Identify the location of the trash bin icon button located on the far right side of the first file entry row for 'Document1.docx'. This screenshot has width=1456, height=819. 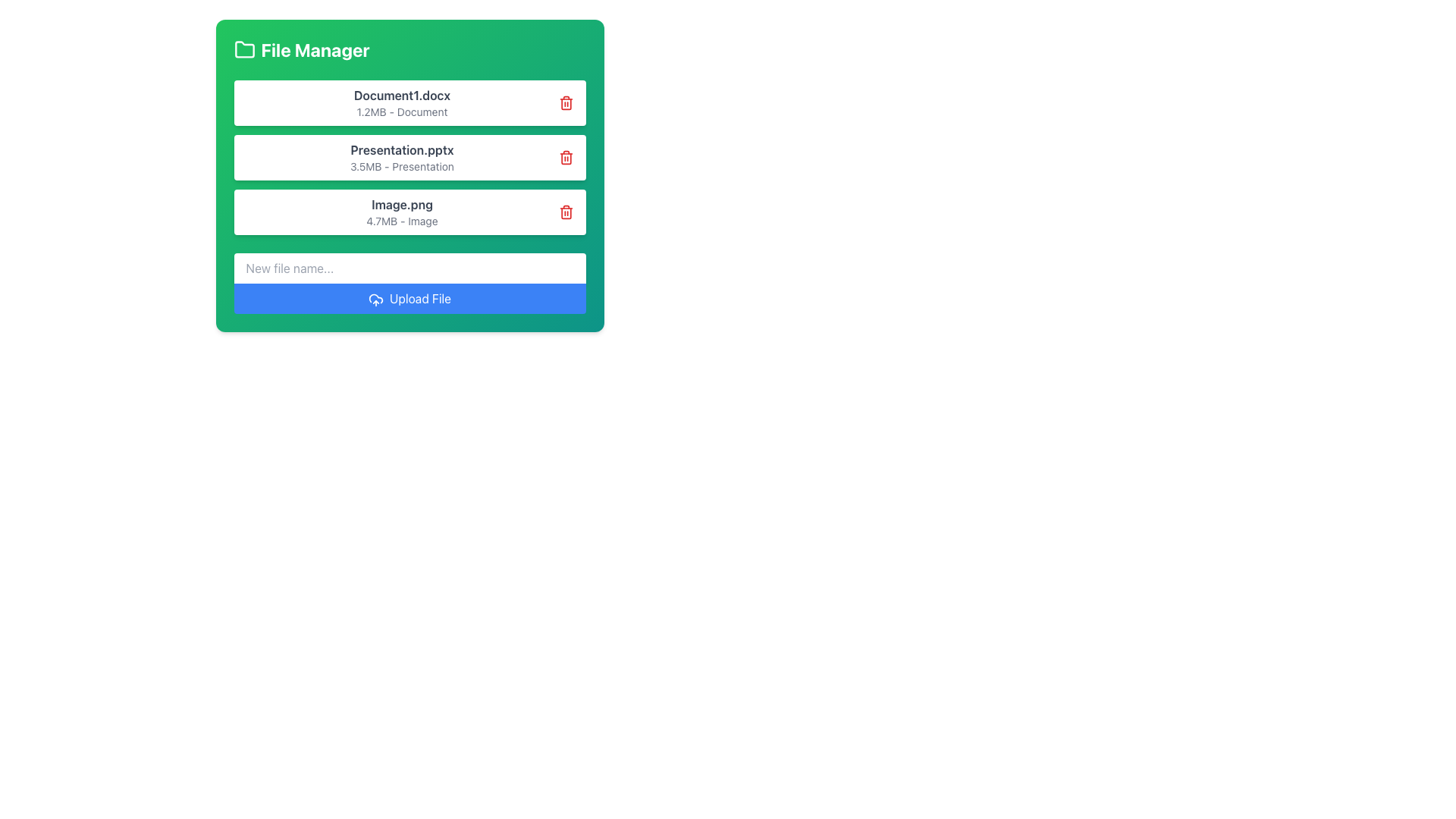
(565, 102).